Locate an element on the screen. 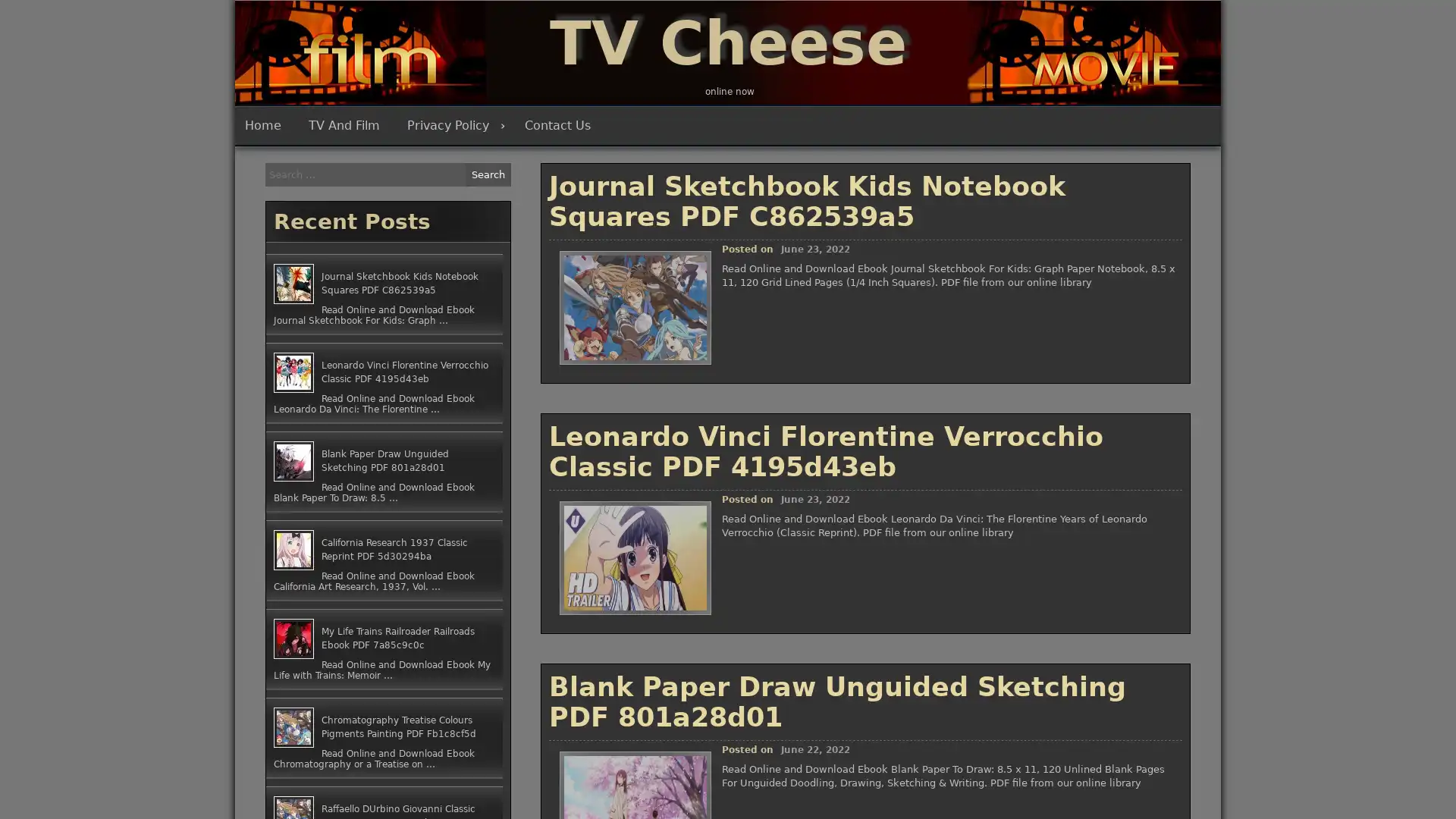 The height and width of the screenshot is (819, 1456). Search is located at coordinates (488, 174).